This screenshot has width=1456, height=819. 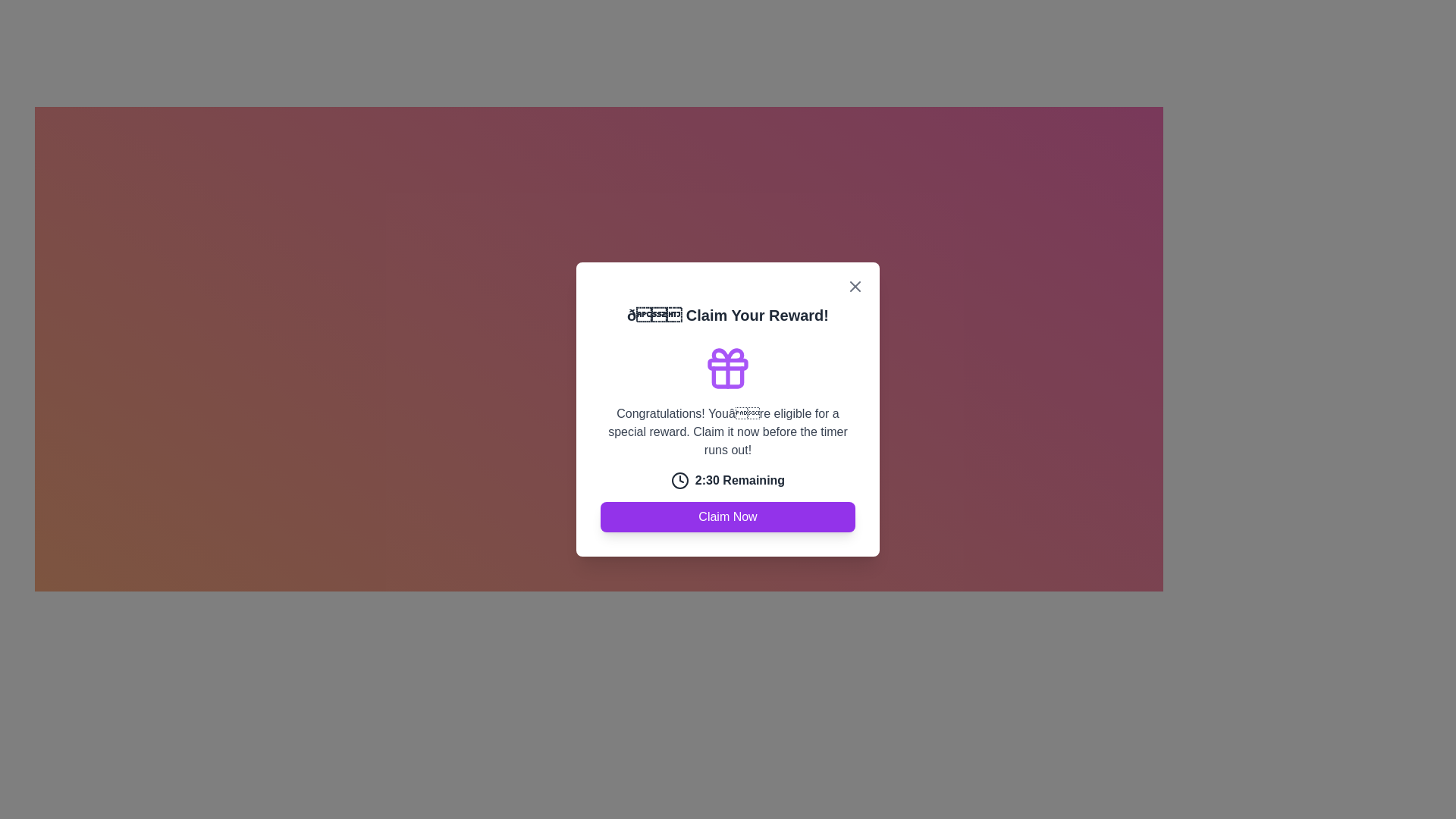 I want to click on the close button located in the top-right corner of the dialog box with the title 'Claim Your Reward!', so click(x=855, y=287).